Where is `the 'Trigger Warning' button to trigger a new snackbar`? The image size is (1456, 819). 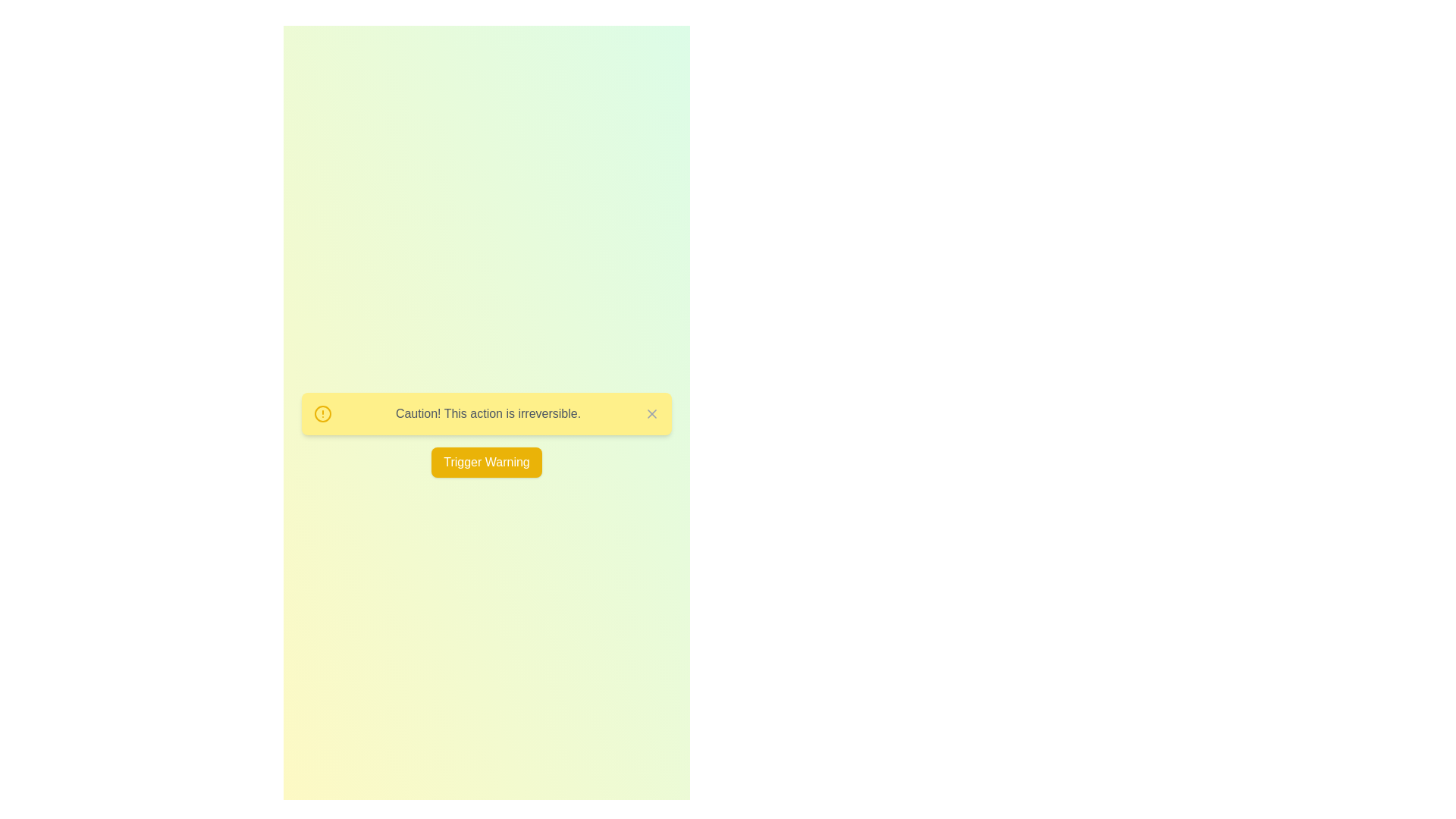 the 'Trigger Warning' button to trigger a new snackbar is located at coordinates (487, 461).